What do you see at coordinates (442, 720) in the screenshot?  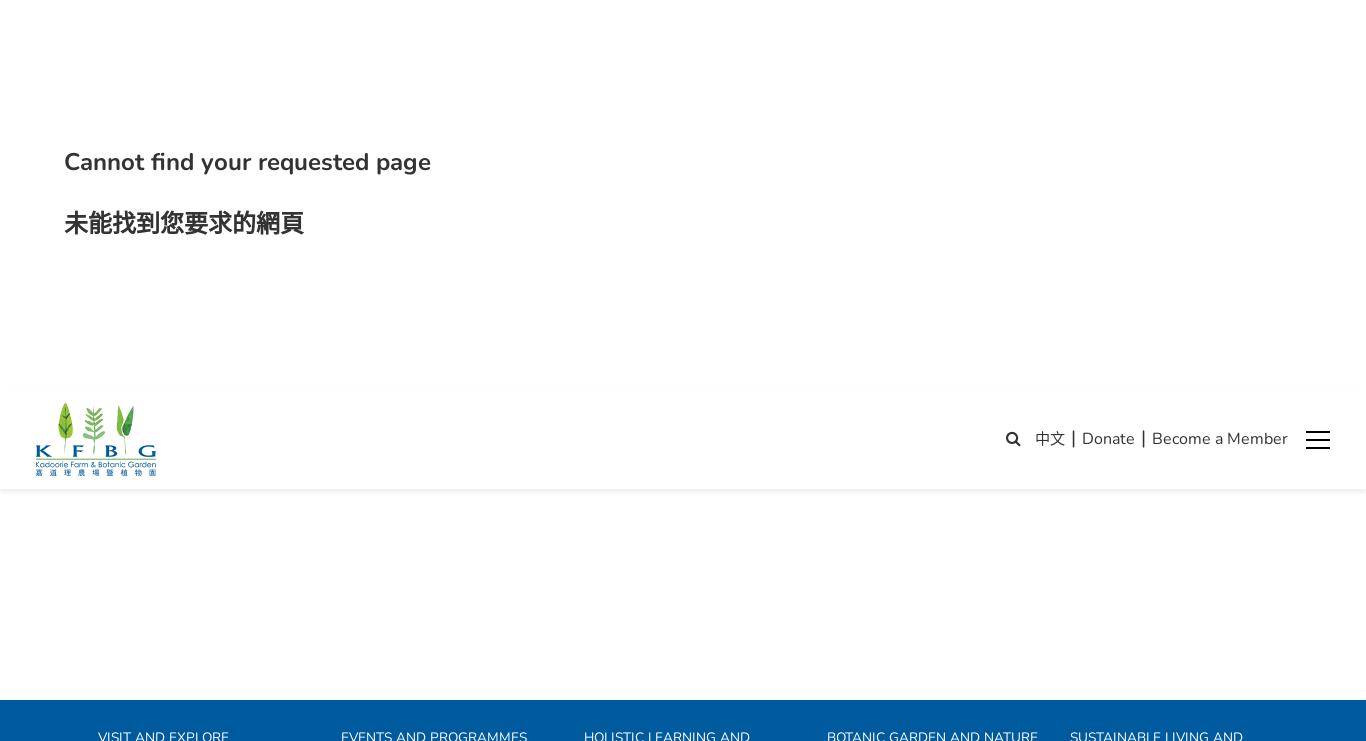 I see `'Wild Animal Rescue Centre (WARC)'` at bounding box center [442, 720].